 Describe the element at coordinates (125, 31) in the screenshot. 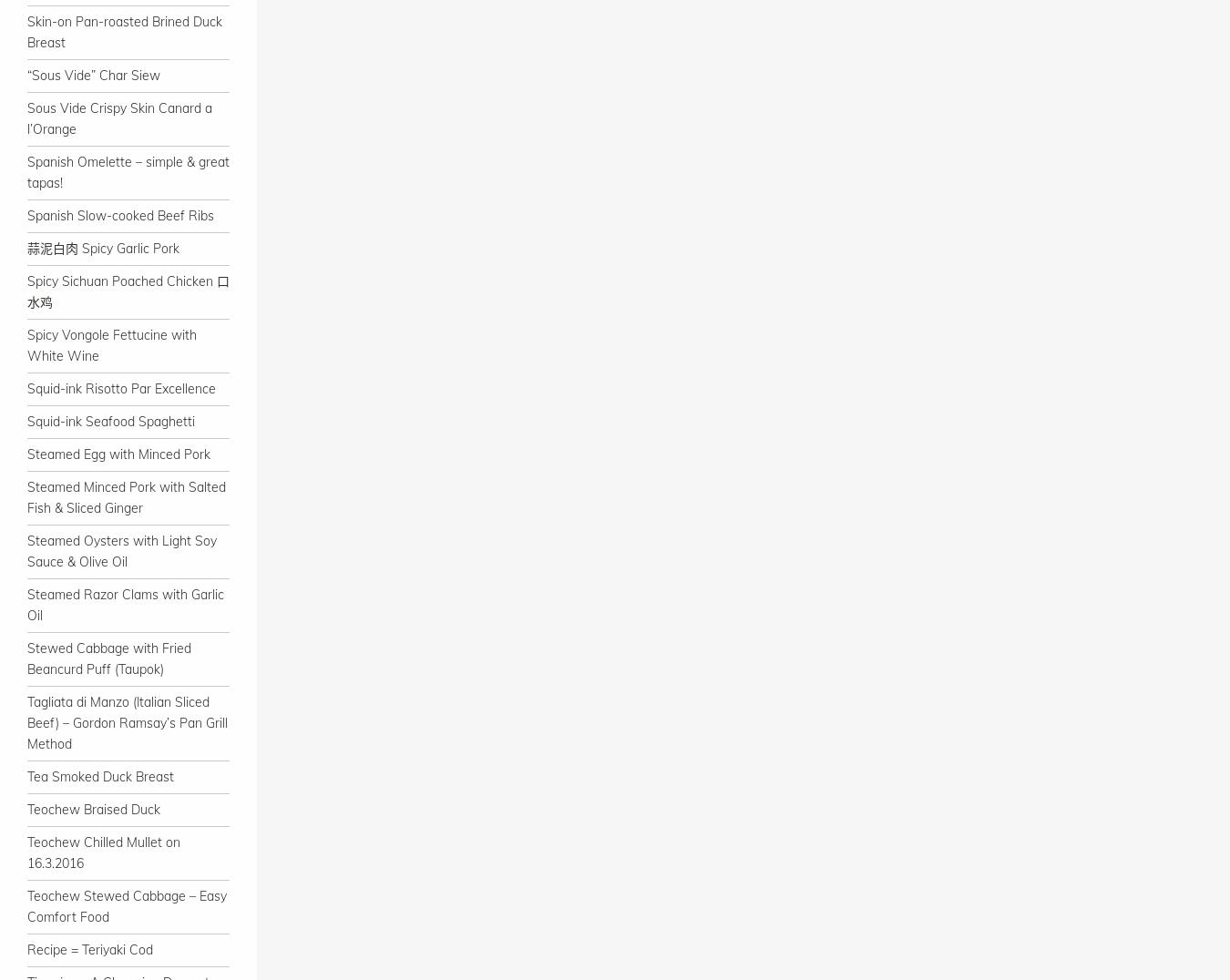

I see `'Skin-on Pan-roasted Brined Duck Breast'` at that location.